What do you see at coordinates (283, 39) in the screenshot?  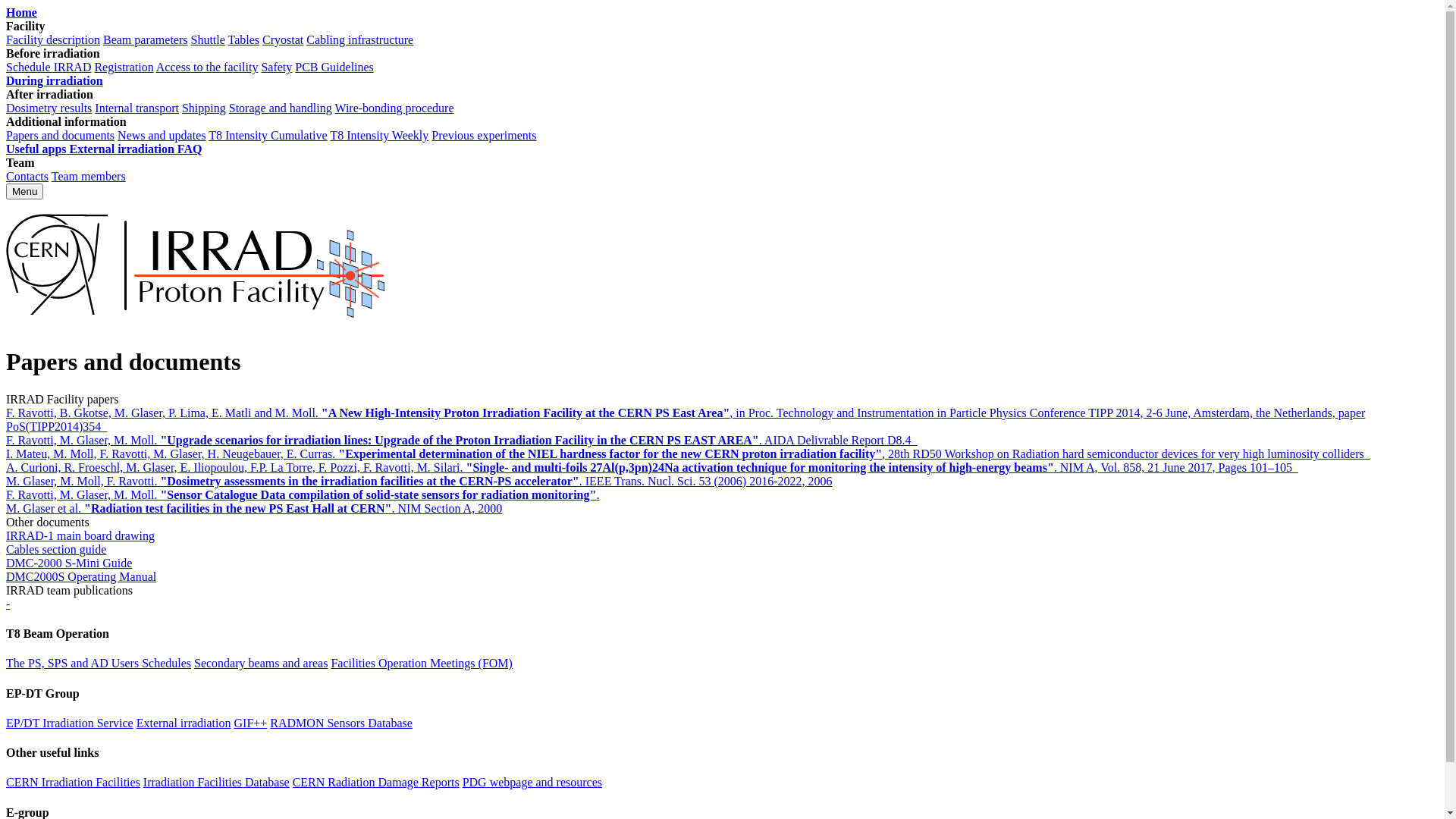 I see `'Cryostat'` at bounding box center [283, 39].